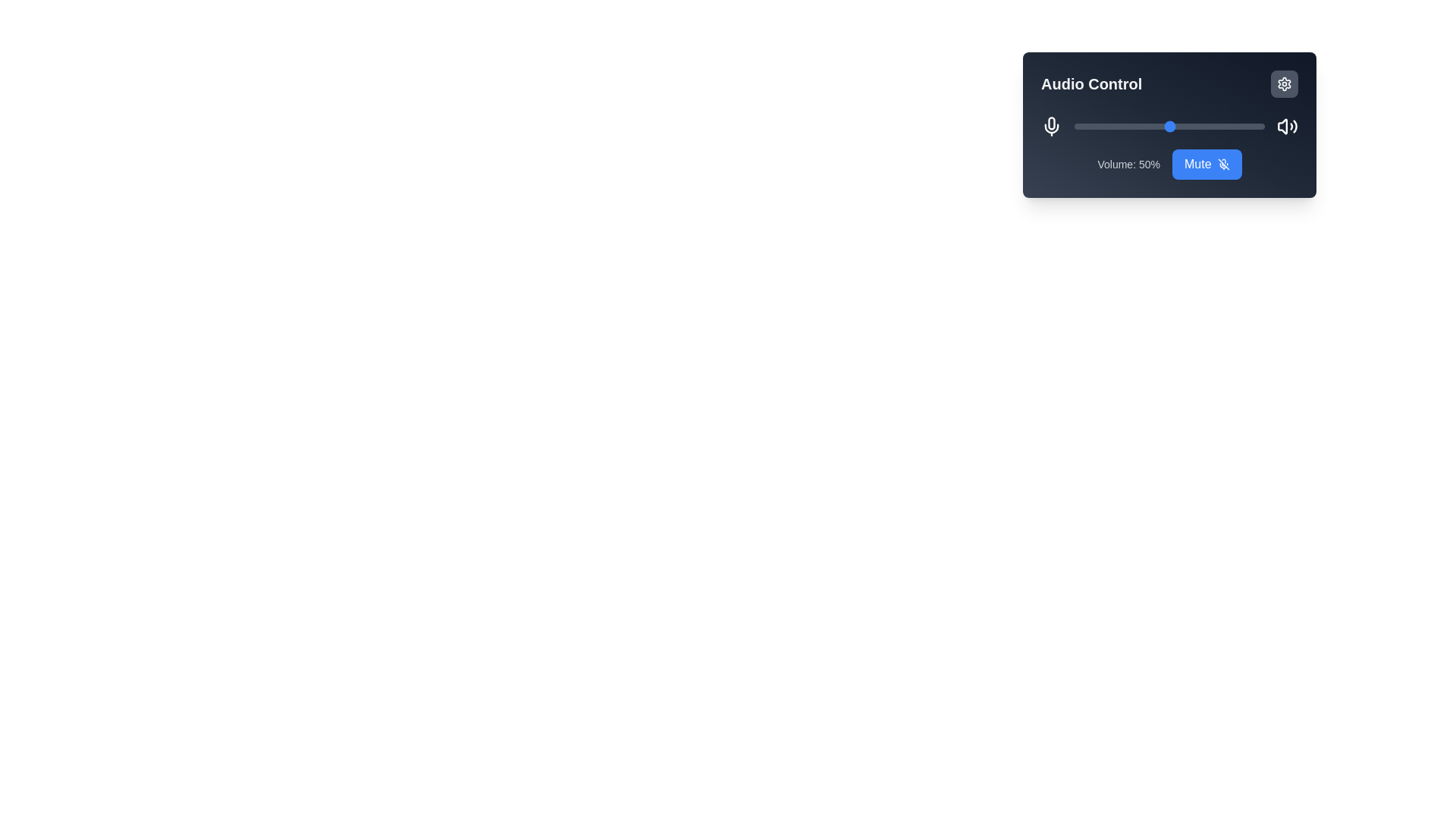 Image resolution: width=1456 pixels, height=819 pixels. I want to click on the decorative segment of the microphone icon located in the top-left corner of the 'Audio Control' card, which signifies audio input or mute/unmute action, so click(1051, 122).